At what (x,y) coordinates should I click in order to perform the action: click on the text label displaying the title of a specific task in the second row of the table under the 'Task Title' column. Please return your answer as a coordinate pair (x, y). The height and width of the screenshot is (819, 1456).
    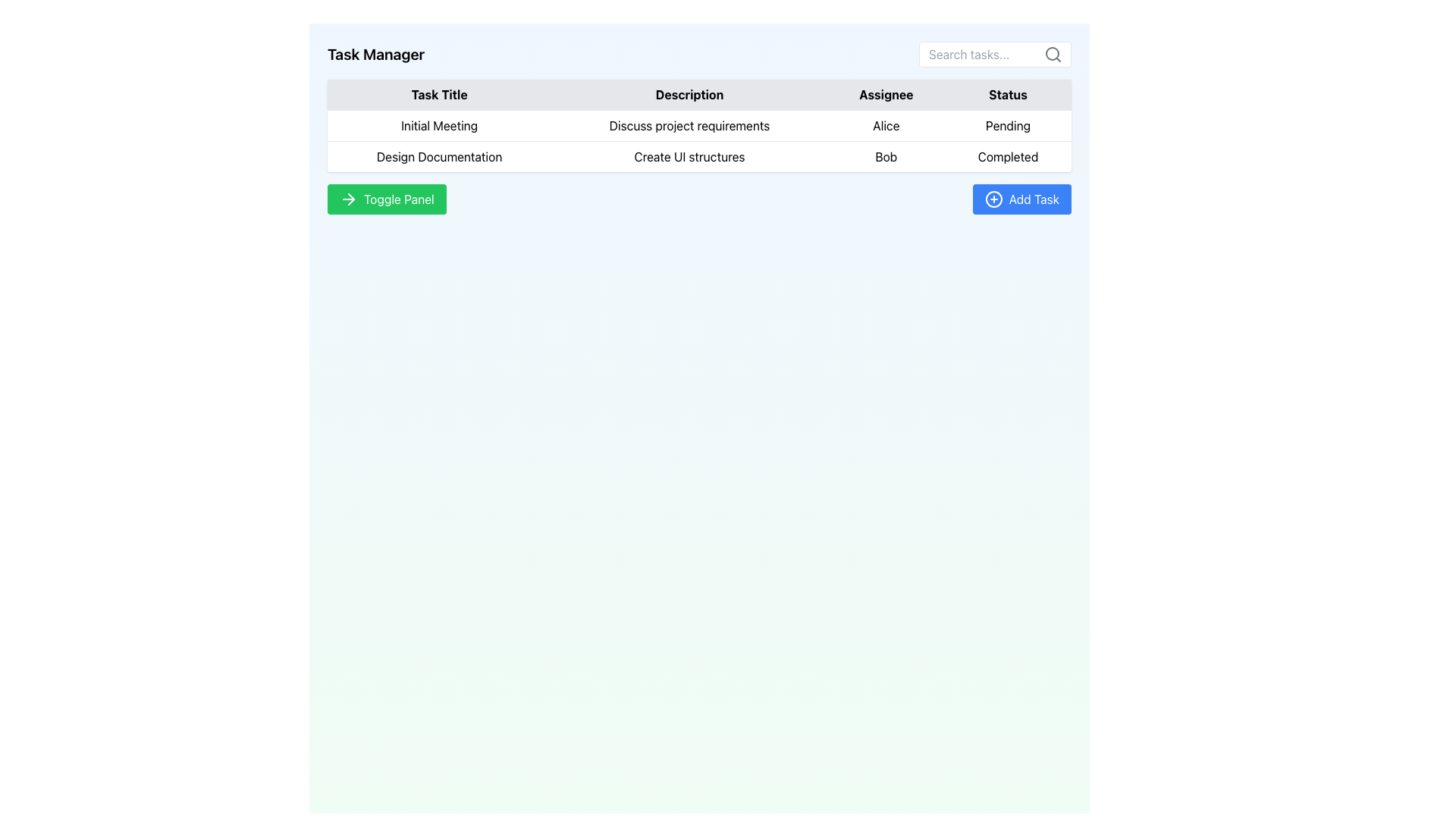
    Looking at the image, I should click on (438, 156).